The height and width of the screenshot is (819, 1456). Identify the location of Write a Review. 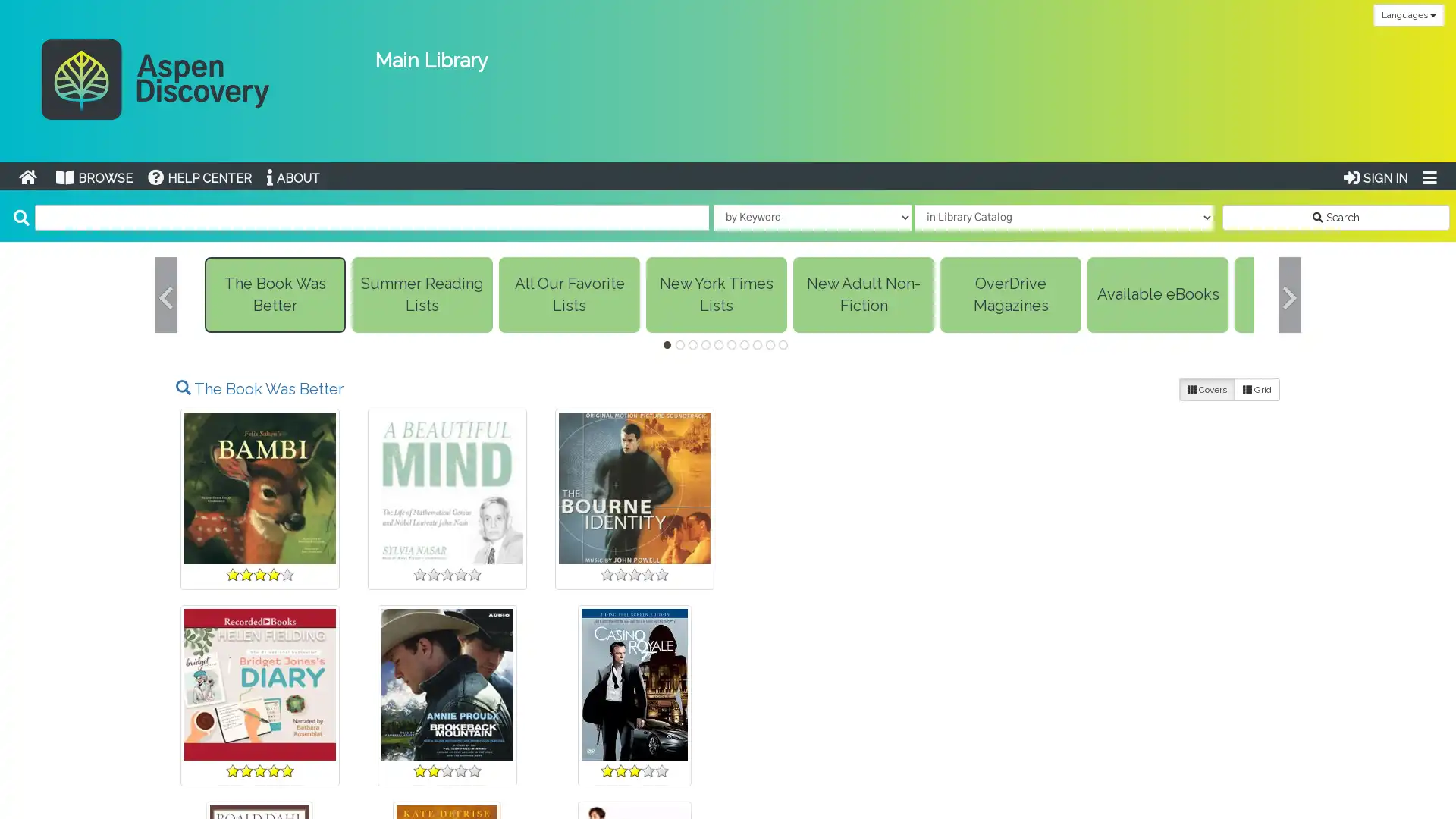
(259, 576).